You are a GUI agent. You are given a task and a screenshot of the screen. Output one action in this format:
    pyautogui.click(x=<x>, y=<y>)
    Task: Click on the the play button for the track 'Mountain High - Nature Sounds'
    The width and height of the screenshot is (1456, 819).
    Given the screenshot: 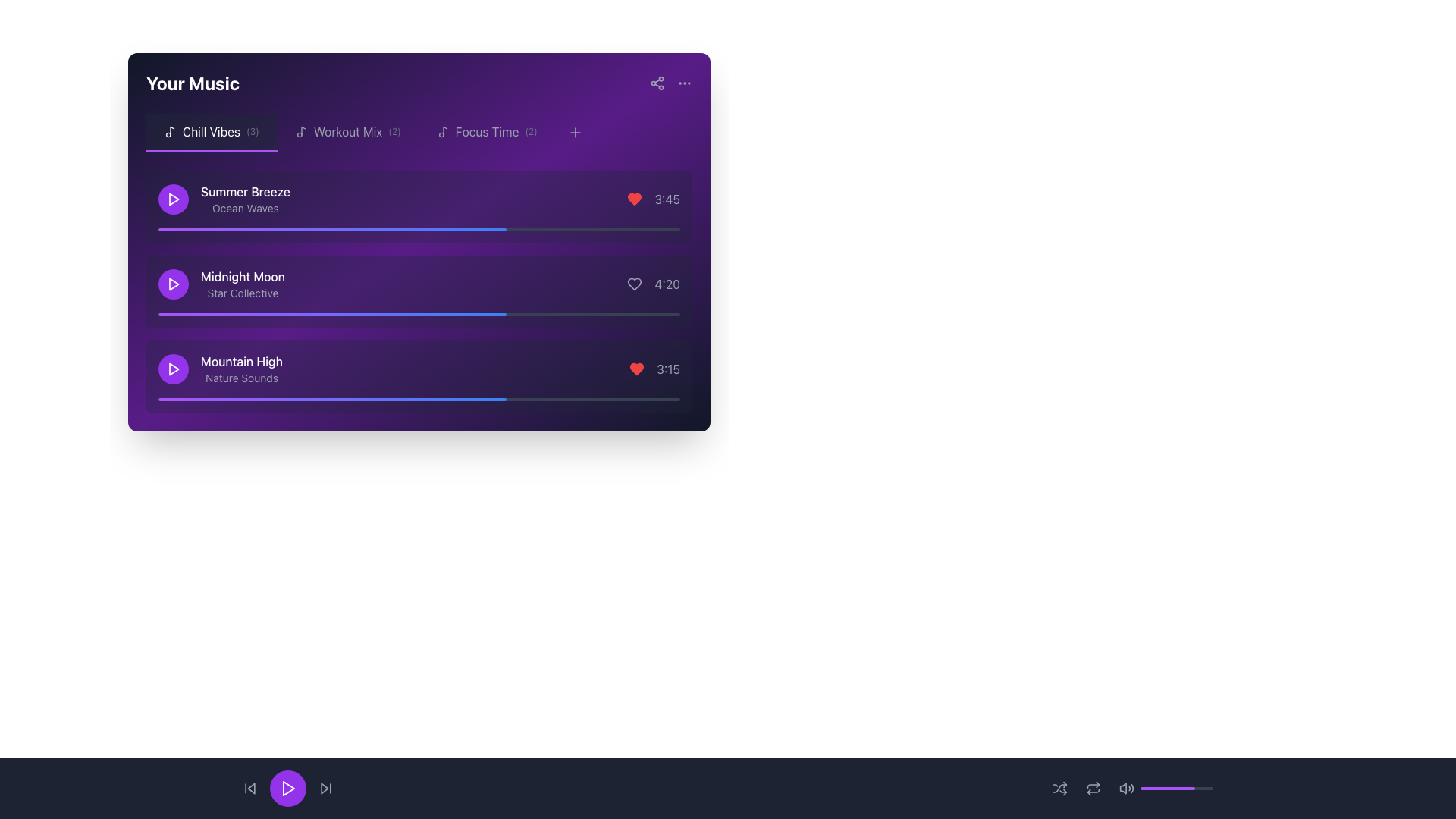 What is the action you would take?
    pyautogui.click(x=174, y=369)
    